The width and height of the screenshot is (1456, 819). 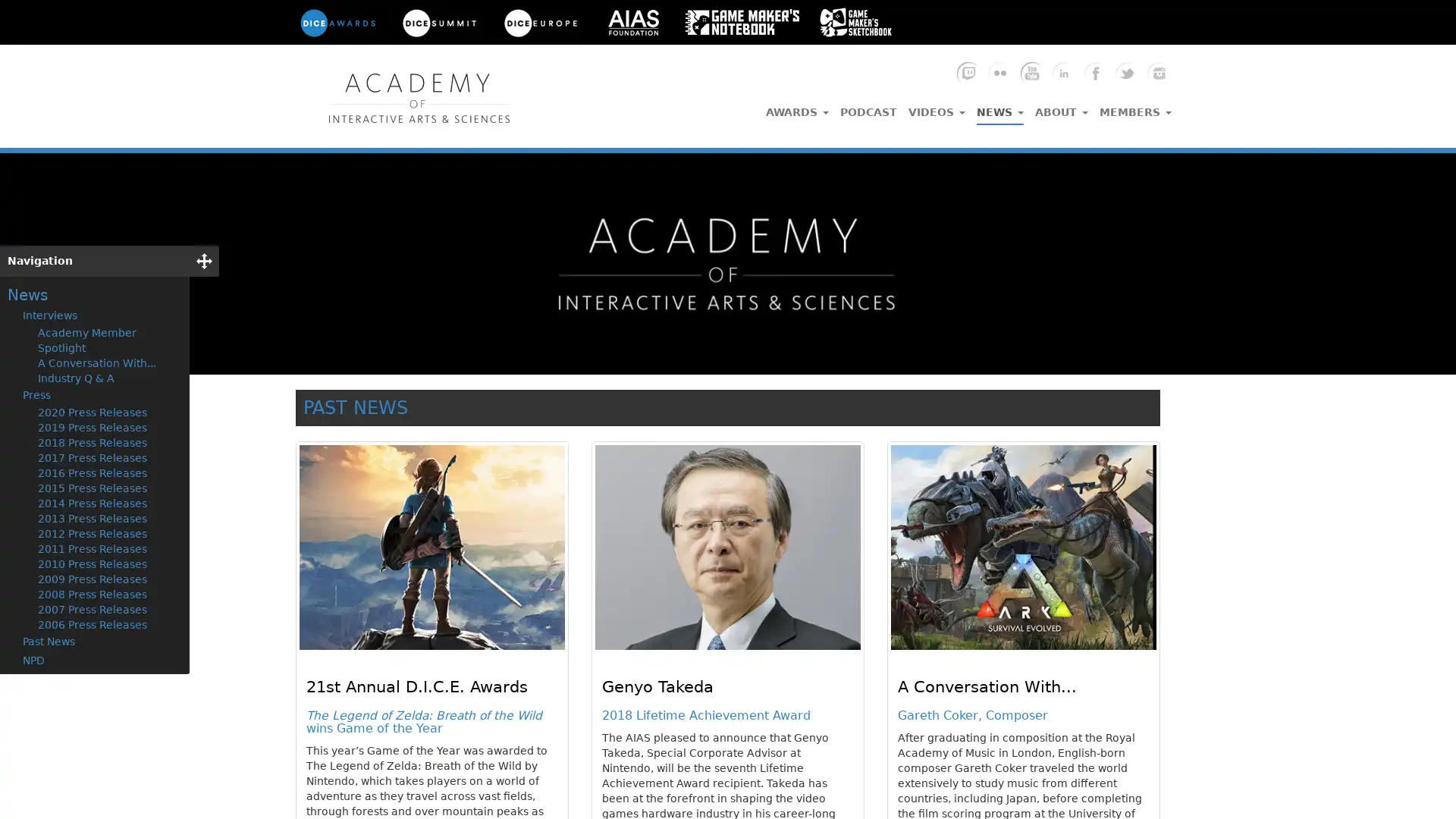 I want to click on ABOUT, so click(x=1061, y=107).